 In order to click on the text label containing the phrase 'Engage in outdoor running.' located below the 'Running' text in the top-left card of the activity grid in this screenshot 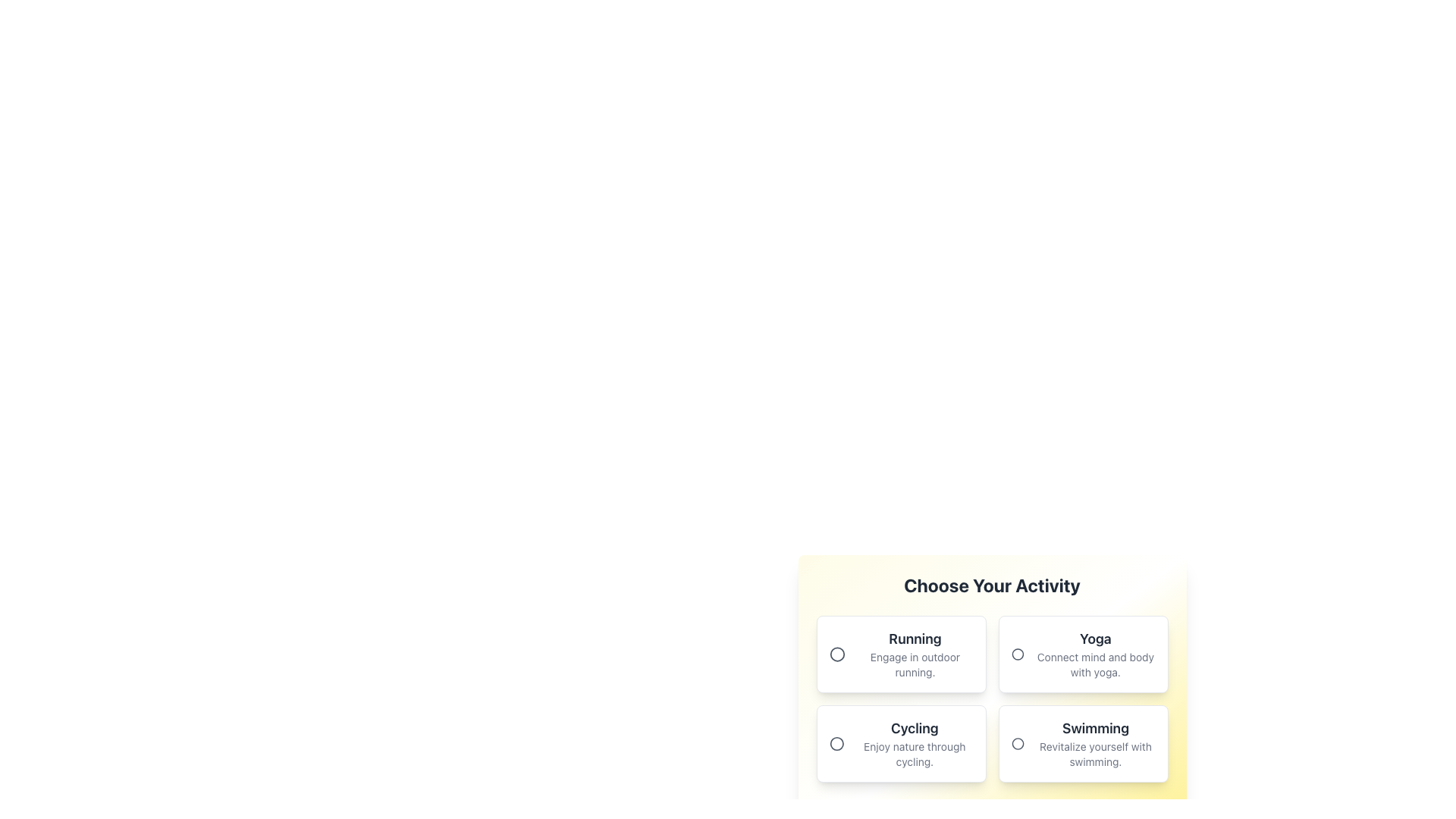, I will do `click(914, 664)`.